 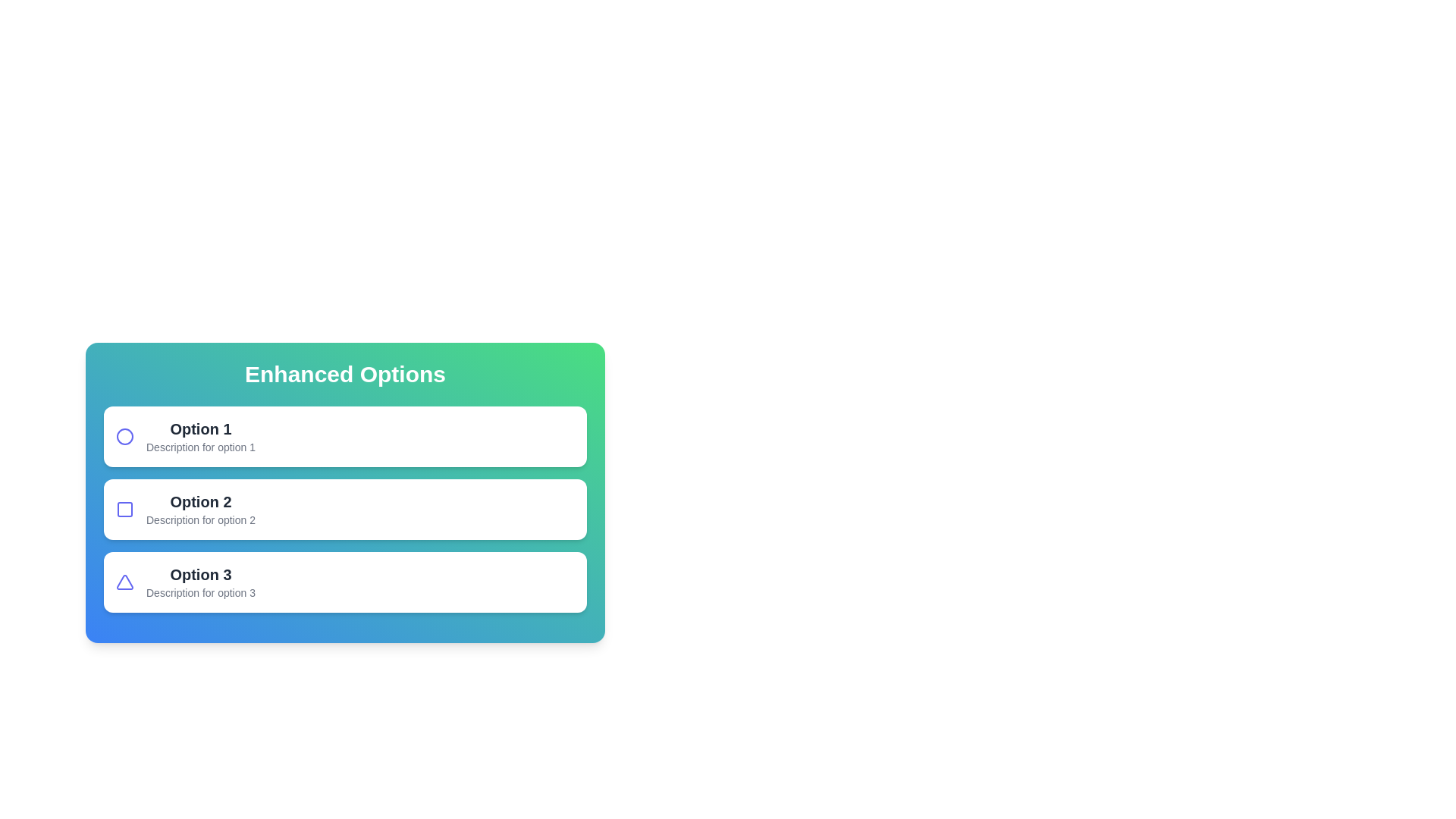 What do you see at coordinates (199, 447) in the screenshot?
I see `the static text label that provides a descriptive text for the associated option located below the title 'Option 1' in the first entry of the vertically stacked list` at bounding box center [199, 447].